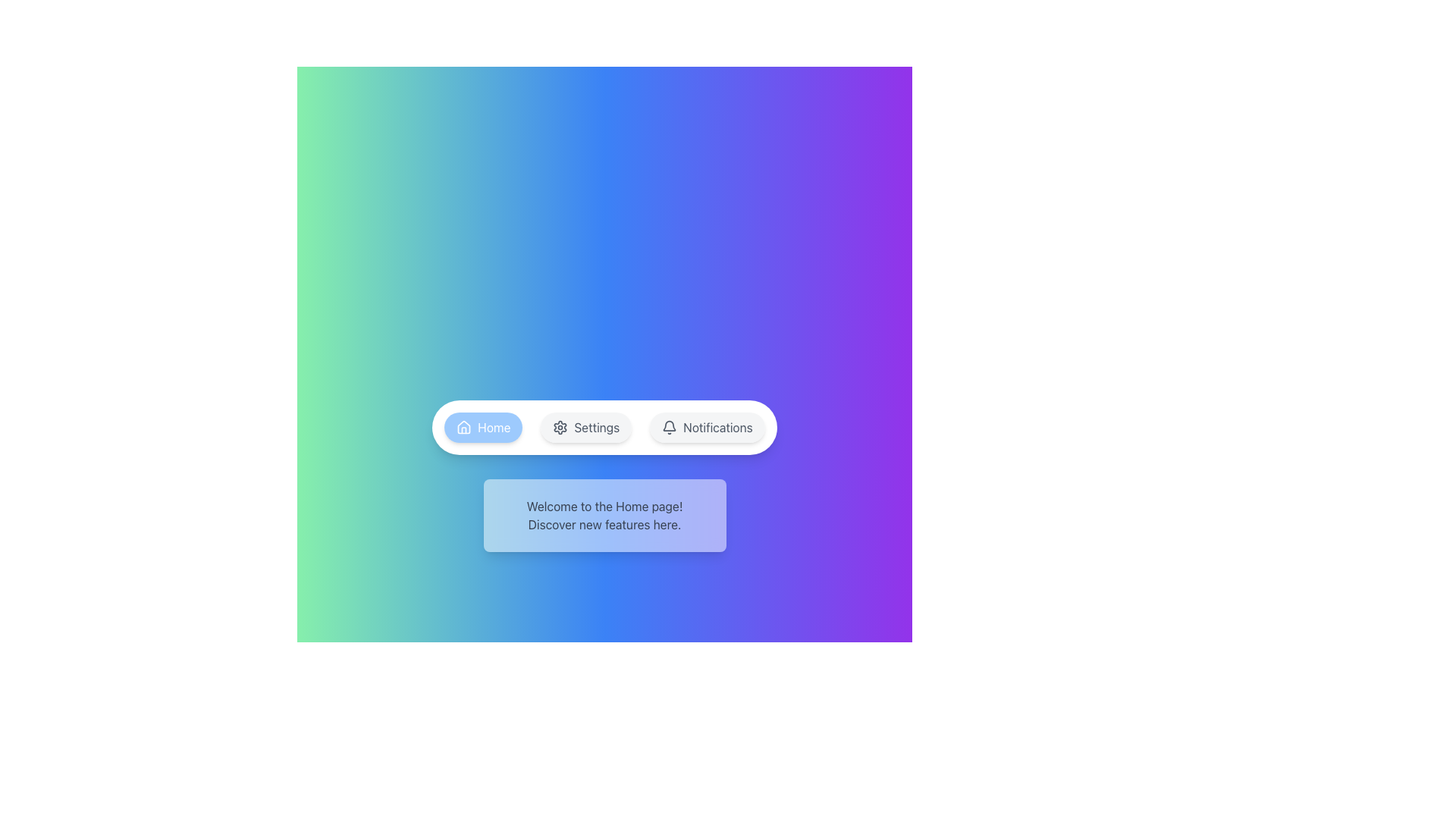 This screenshot has width=1456, height=819. What do you see at coordinates (560, 427) in the screenshot?
I see `the gear-shaped icon representing settings, which is part of the 'Settings' button located in the horizontal navigation bar` at bounding box center [560, 427].